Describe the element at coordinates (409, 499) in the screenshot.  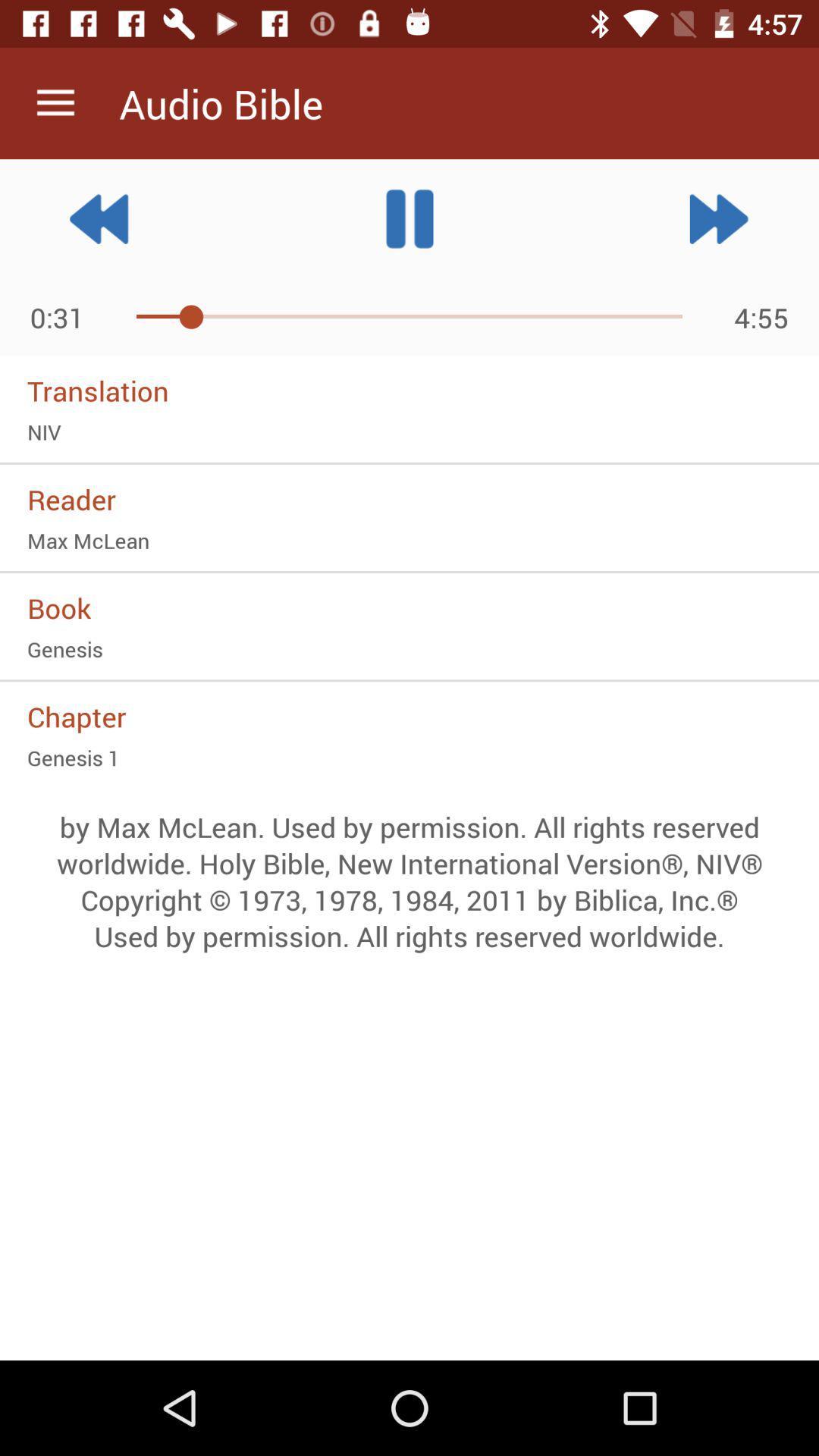
I see `item above max mclean icon` at that location.